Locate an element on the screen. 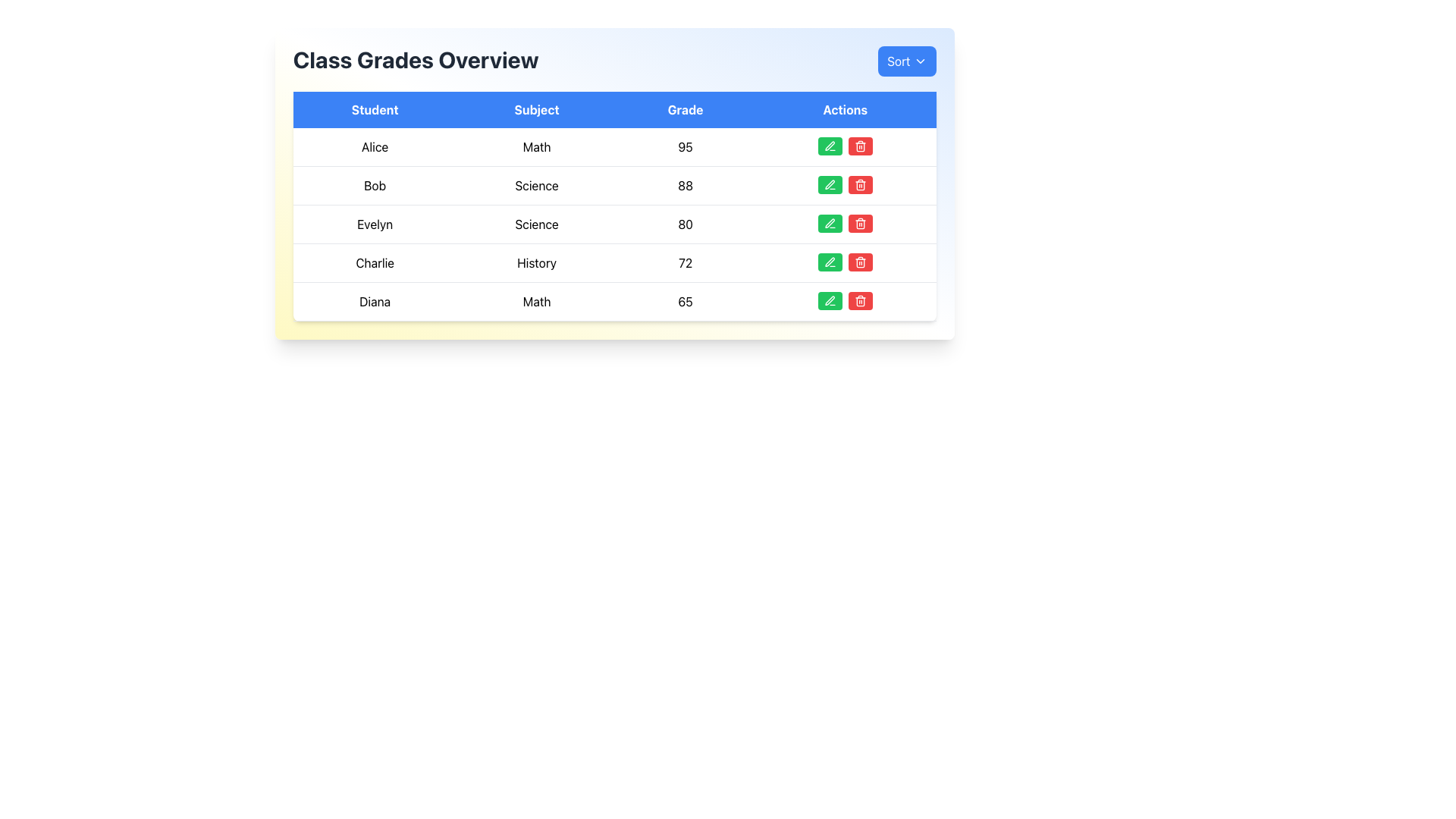  the text label displaying 'Math' in the fifth row of the table under the 'Subject' column is located at coordinates (537, 301).